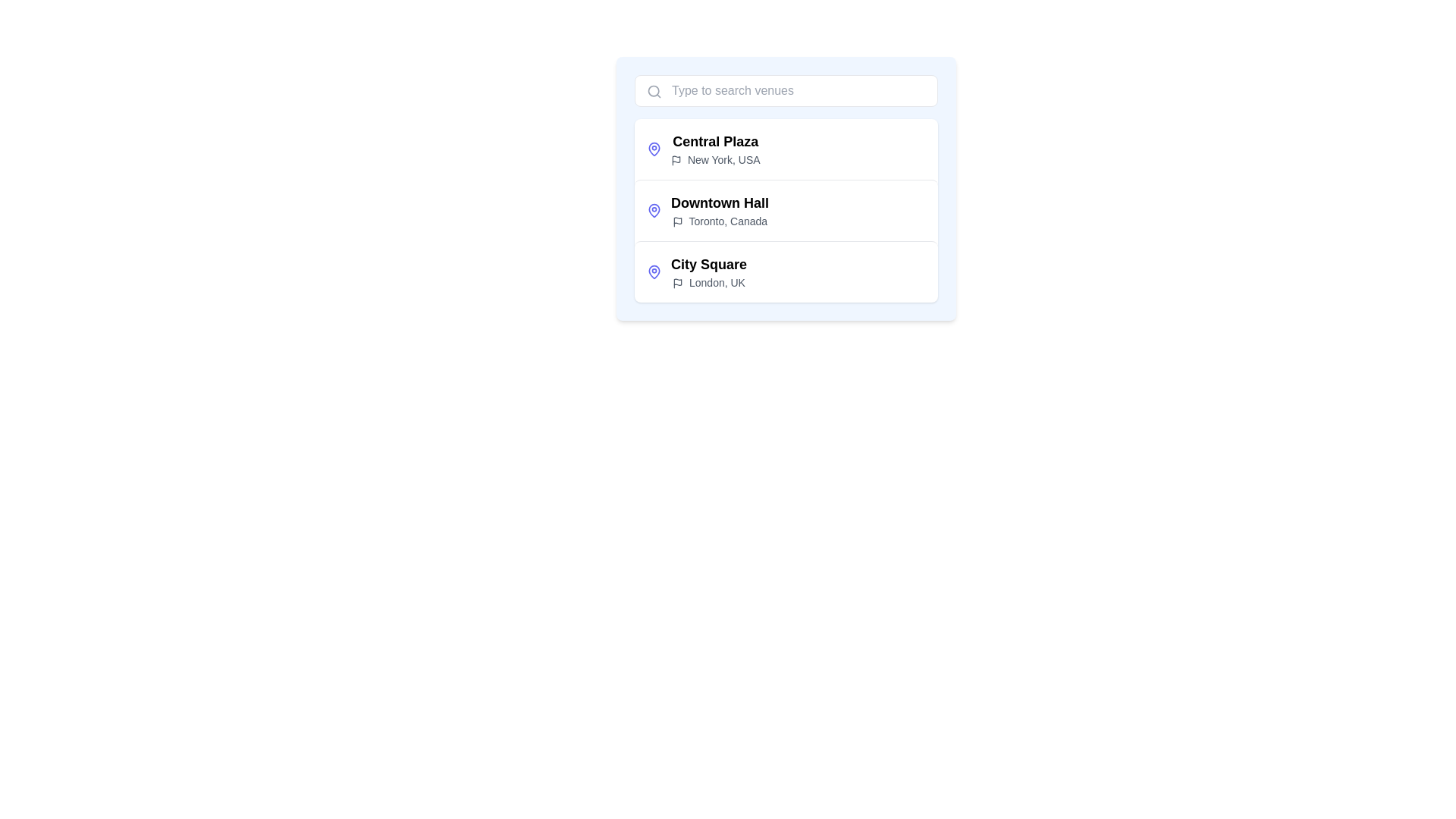 The width and height of the screenshot is (1456, 819). Describe the element at coordinates (676, 161) in the screenshot. I see `the icon located to the left of the text 'New York, USA' under the 'Central Plaza' heading` at that location.